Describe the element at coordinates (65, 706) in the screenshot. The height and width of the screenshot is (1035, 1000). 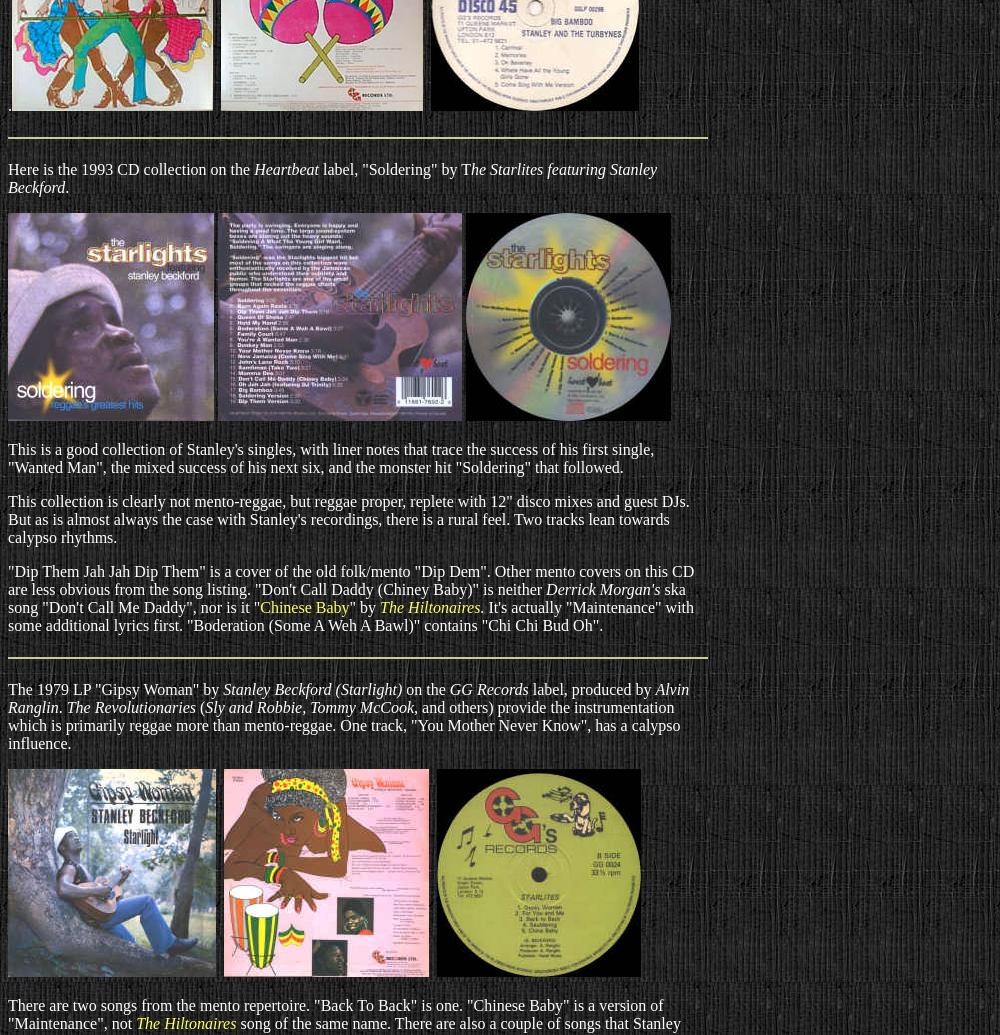
I see `'The Revolutionaries'` at that location.